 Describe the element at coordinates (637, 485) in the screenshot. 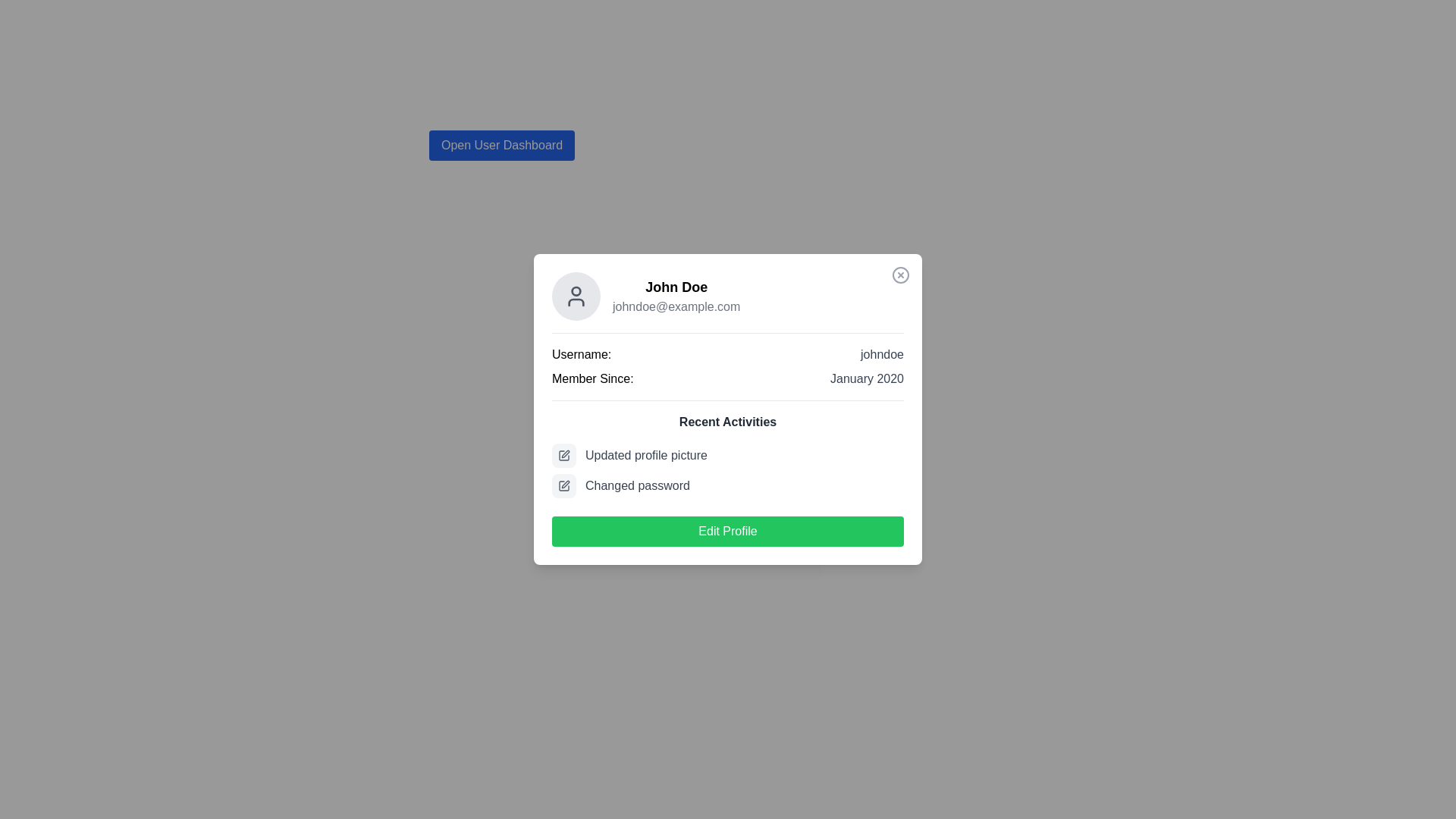

I see `the static text label indicating that the user has changed their password, which is located beneath the 'Updated profile picture' activity and aligned to the right of an adjacent icon` at that location.